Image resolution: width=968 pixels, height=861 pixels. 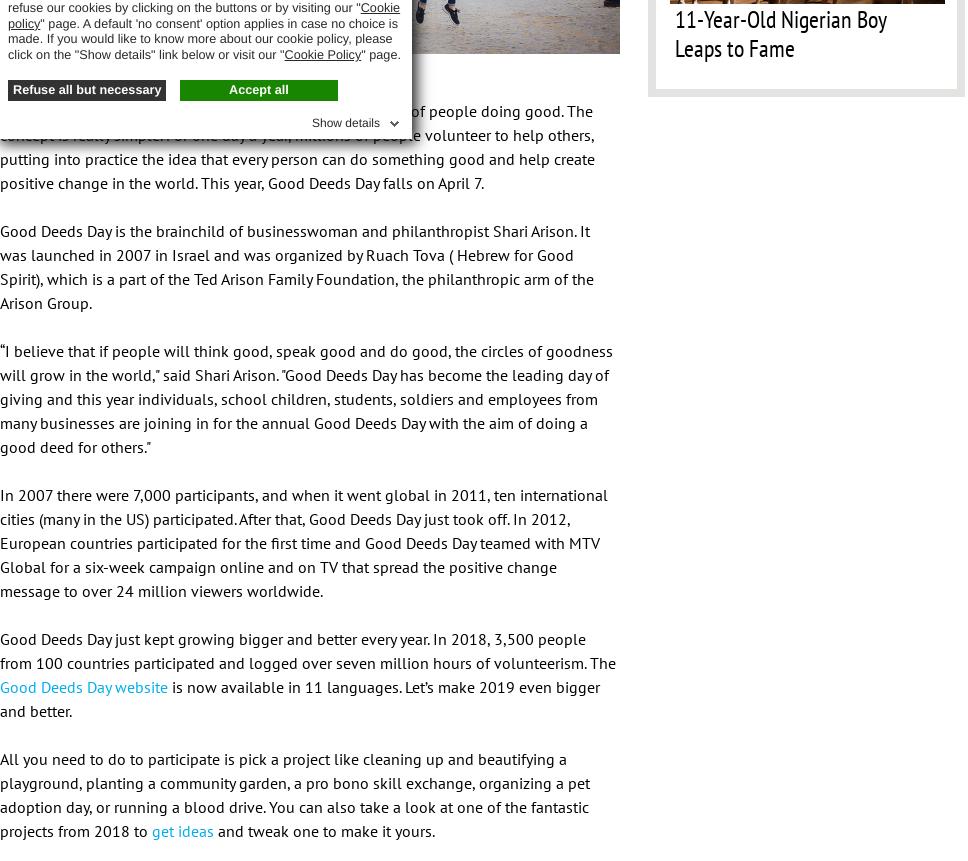 I want to click on 'get ideas', so click(x=150, y=829).